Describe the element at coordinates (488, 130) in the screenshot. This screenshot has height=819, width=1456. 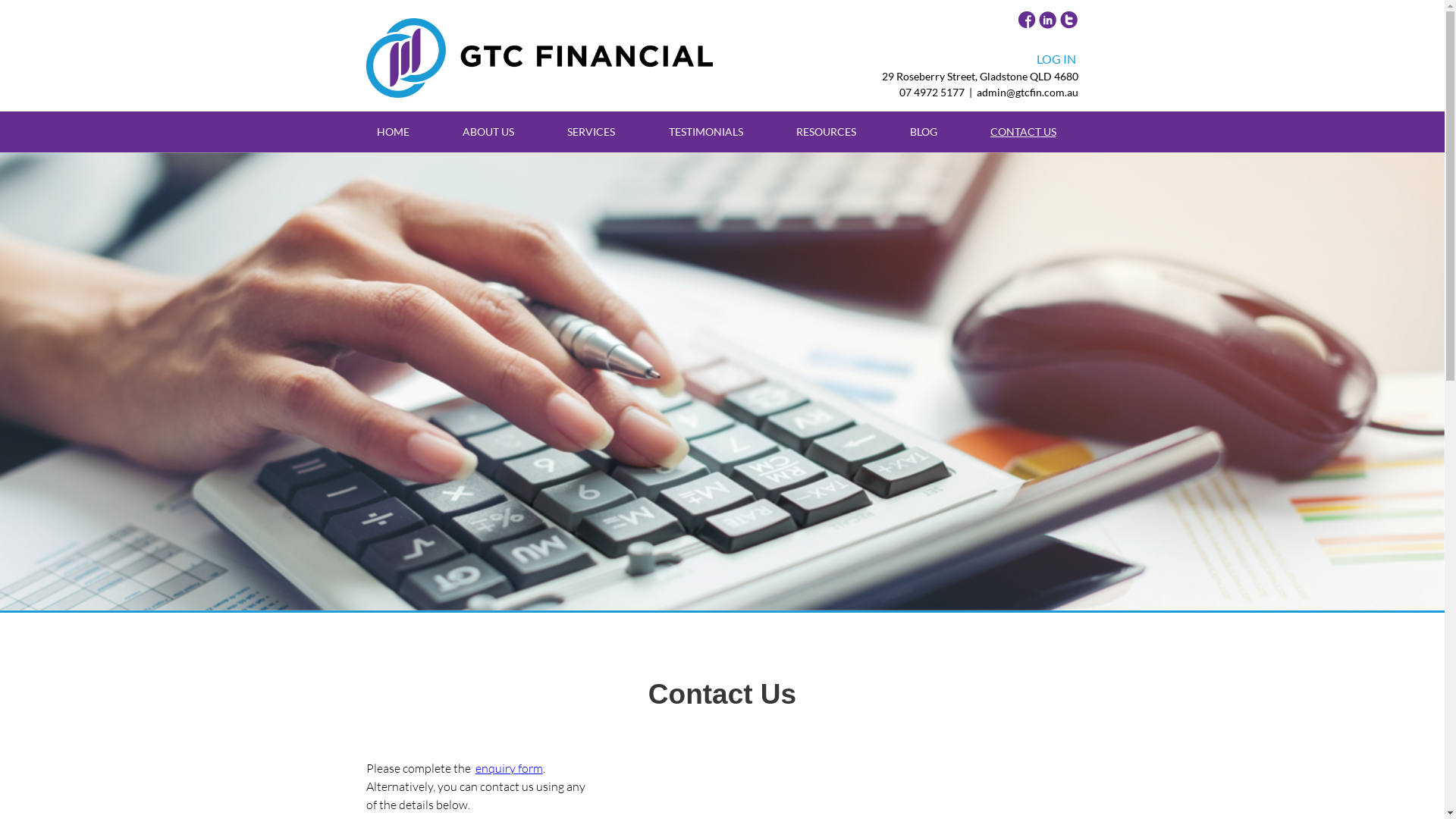
I see `'ABOUT US'` at that location.